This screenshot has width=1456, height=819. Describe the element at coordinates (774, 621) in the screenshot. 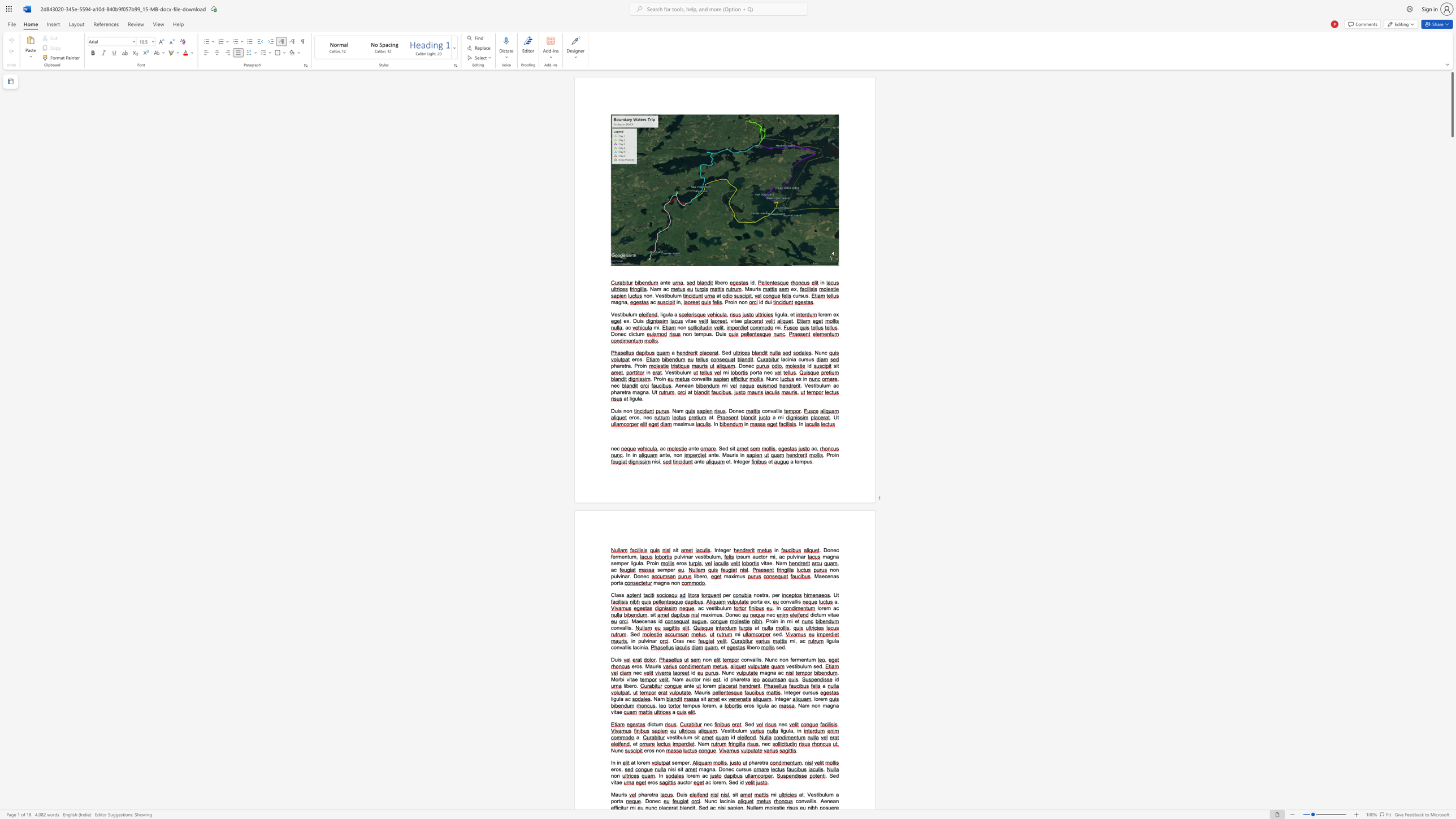

I see `the 1th character "i" in the text` at that location.